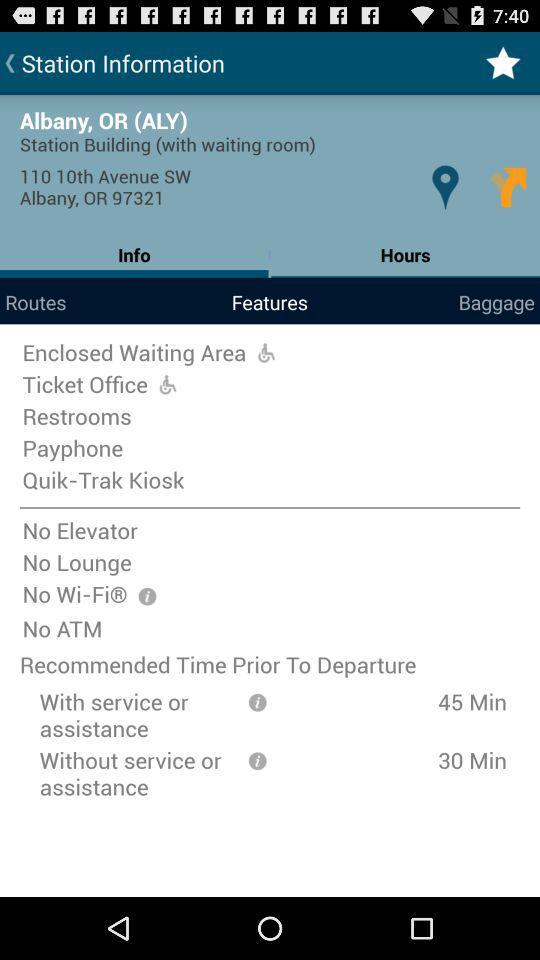 The width and height of the screenshot is (540, 960). What do you see at coordinates (445, 187) in the screenshot?
I see `item below station building with icon` at bounding box center [445, 187].